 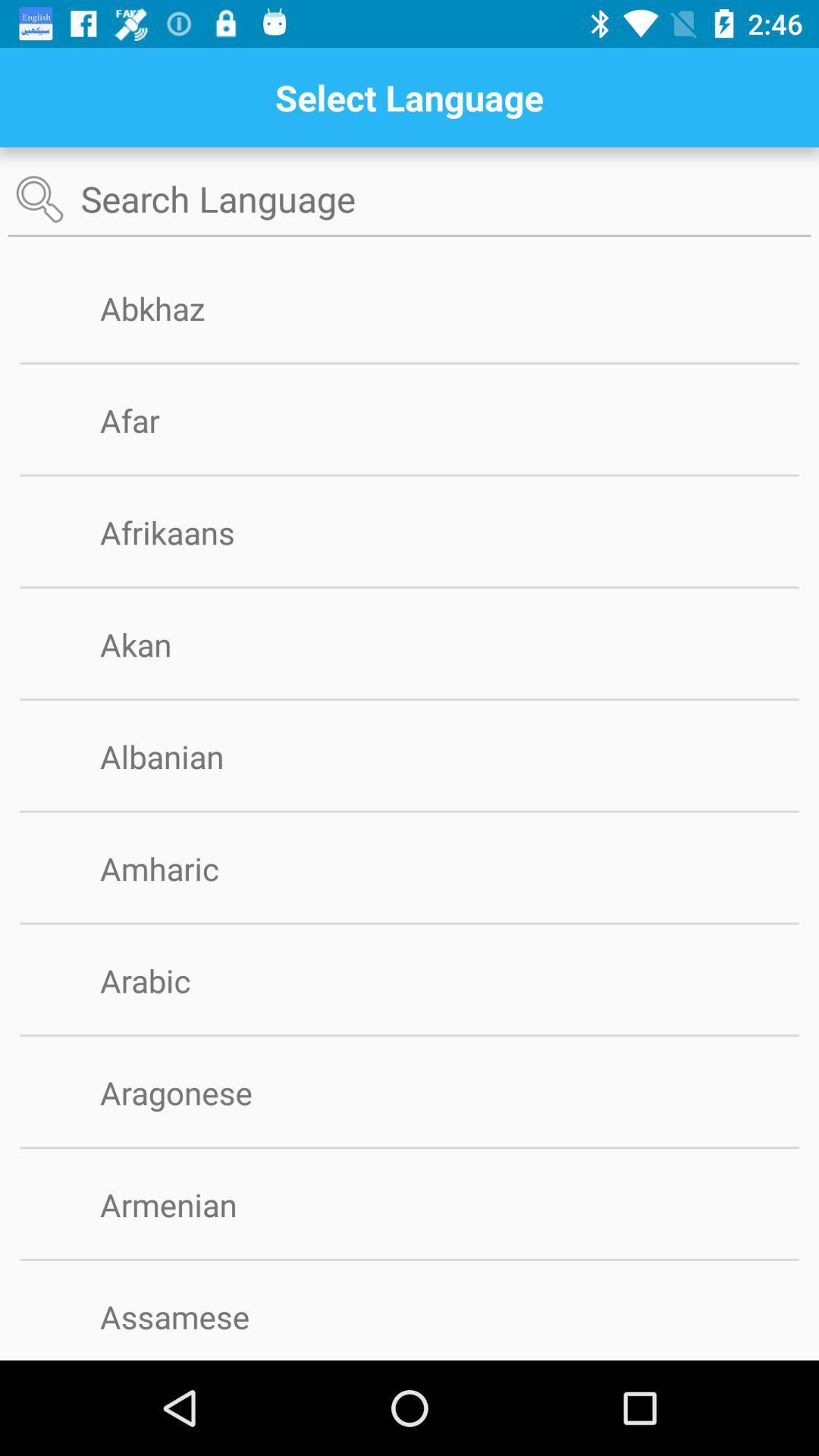 I want to click on the afar, so click(x=155, y=420).